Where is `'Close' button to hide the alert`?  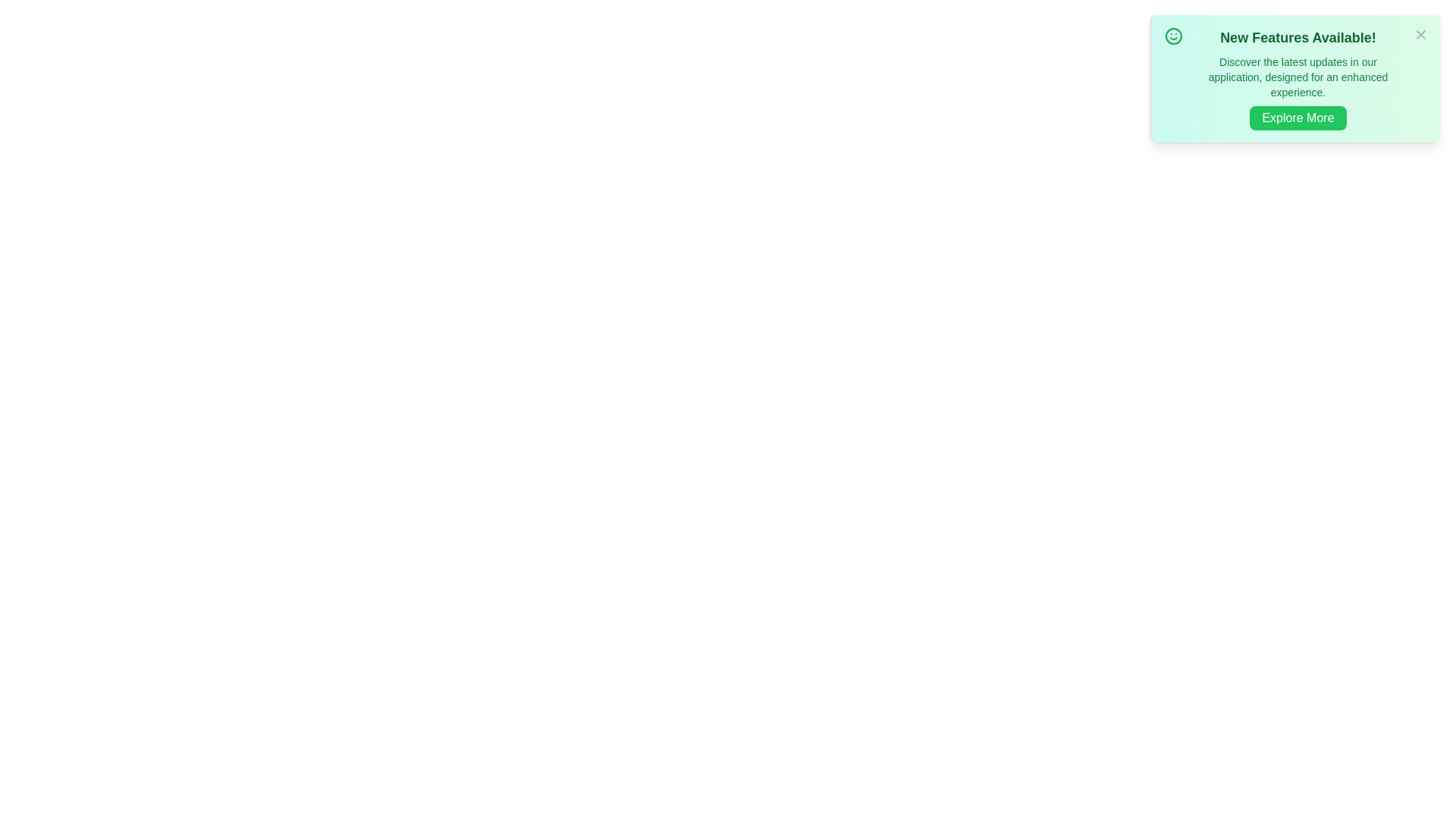
'Close' button to hide the alert is located at coordinates (1420, 34).